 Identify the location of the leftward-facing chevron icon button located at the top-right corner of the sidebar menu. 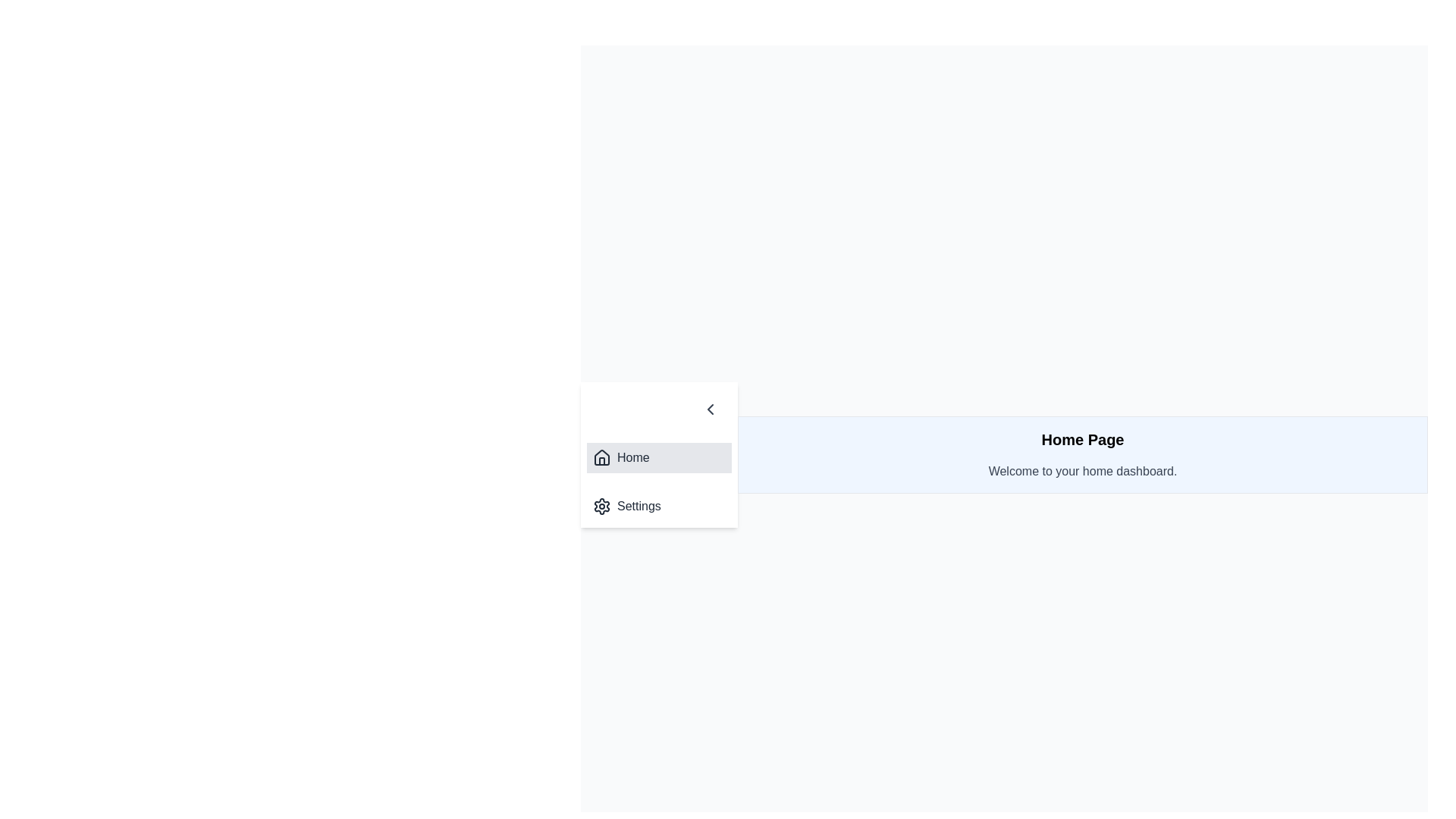
(710, 409).